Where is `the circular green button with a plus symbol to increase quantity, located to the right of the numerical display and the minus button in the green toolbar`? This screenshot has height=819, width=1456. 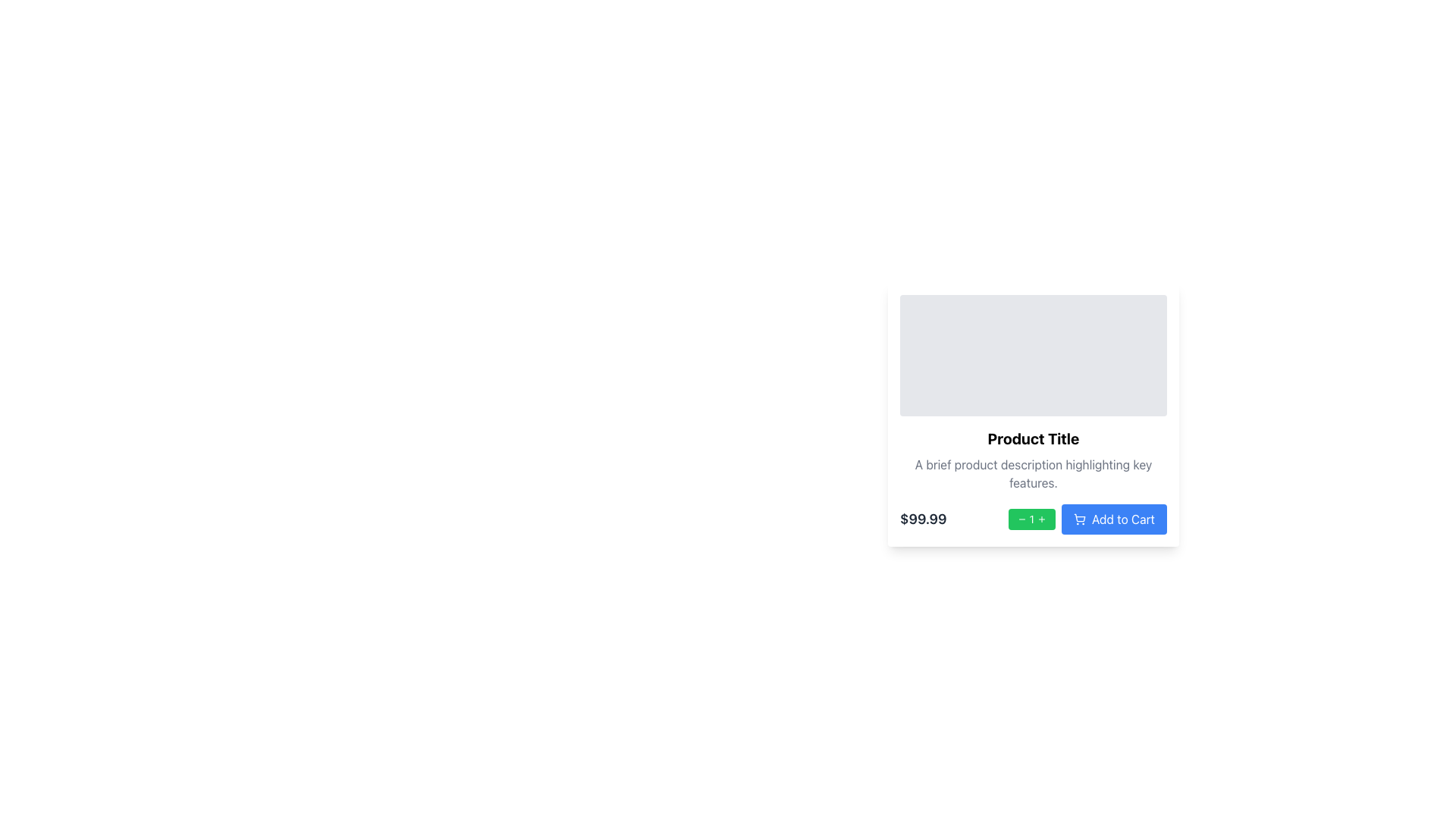 the circular green button with a plus symbol to increase quantity, located to the right of the numerical display and the minus button in the green toolbar is located at coordinates (1040, 519).